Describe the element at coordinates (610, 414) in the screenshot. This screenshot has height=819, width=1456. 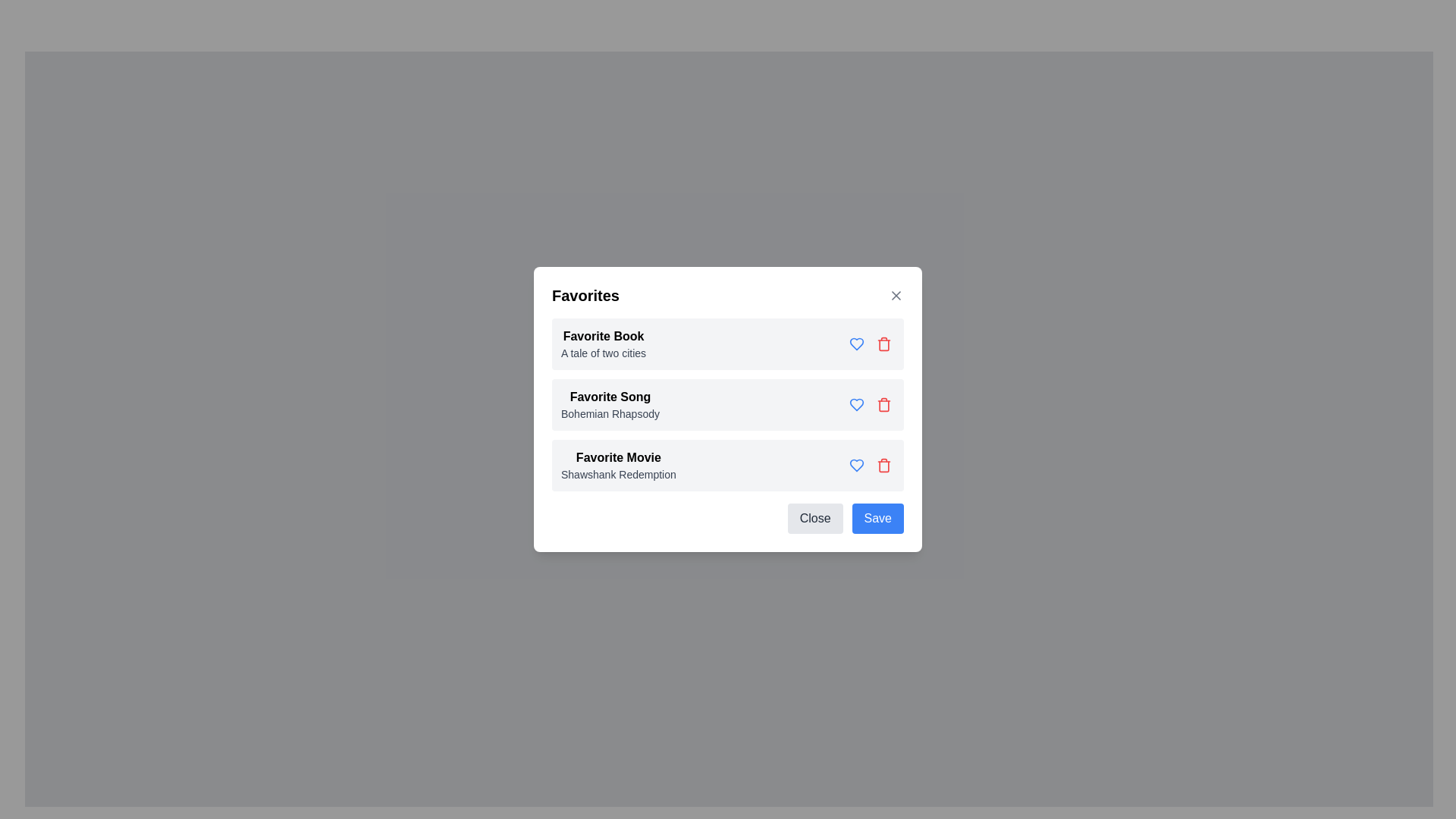
I see `the text label displaying 'Bohemian Rhapsody', which is located beneath the bold text 'Favorite Song' in a small, gray-colored font` at that location.